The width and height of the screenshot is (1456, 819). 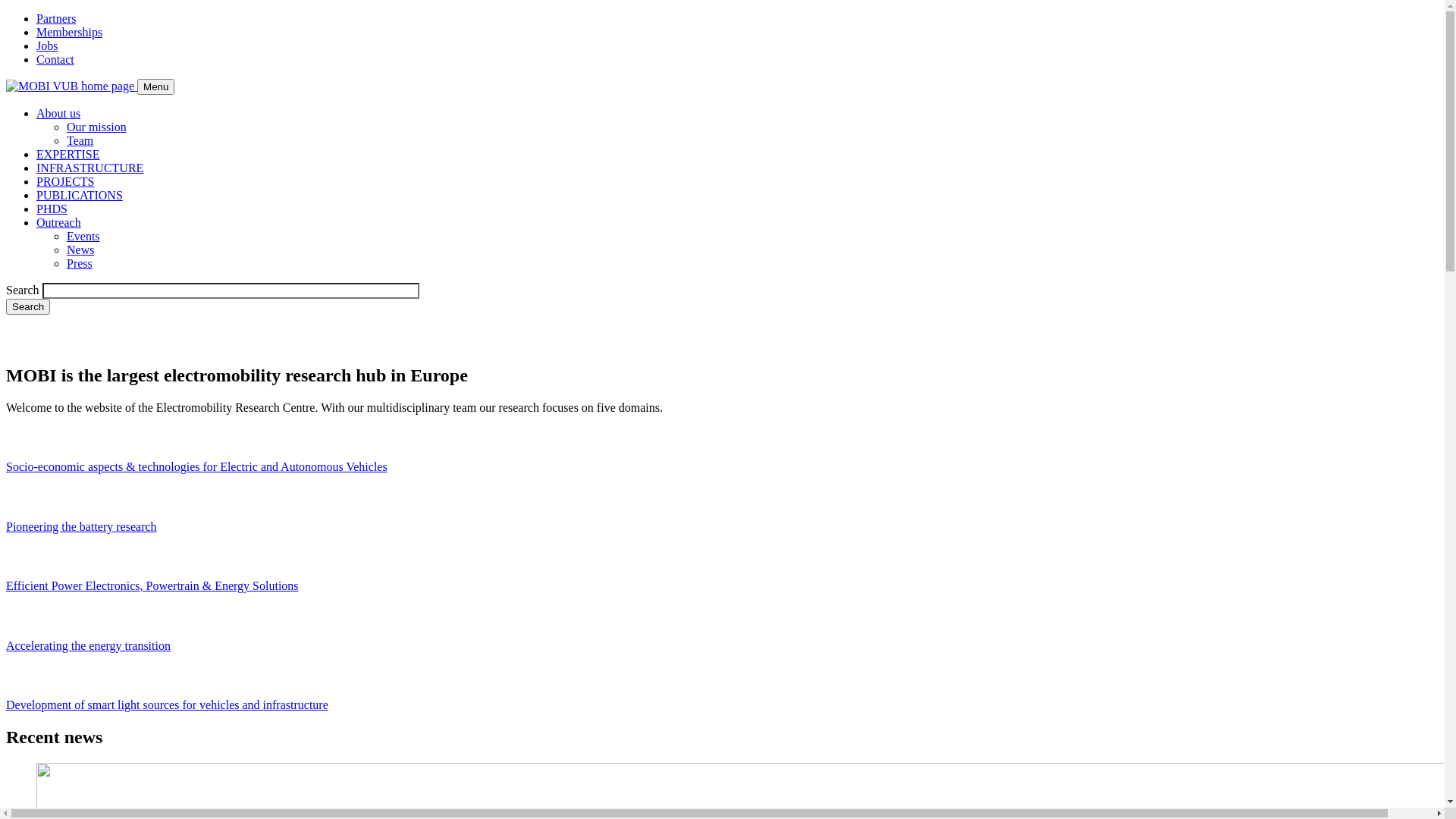 What do you see at coordinates (64, 180) in the screenshot?
I see `'PROJECTS'` at bounding box center [64, 180].